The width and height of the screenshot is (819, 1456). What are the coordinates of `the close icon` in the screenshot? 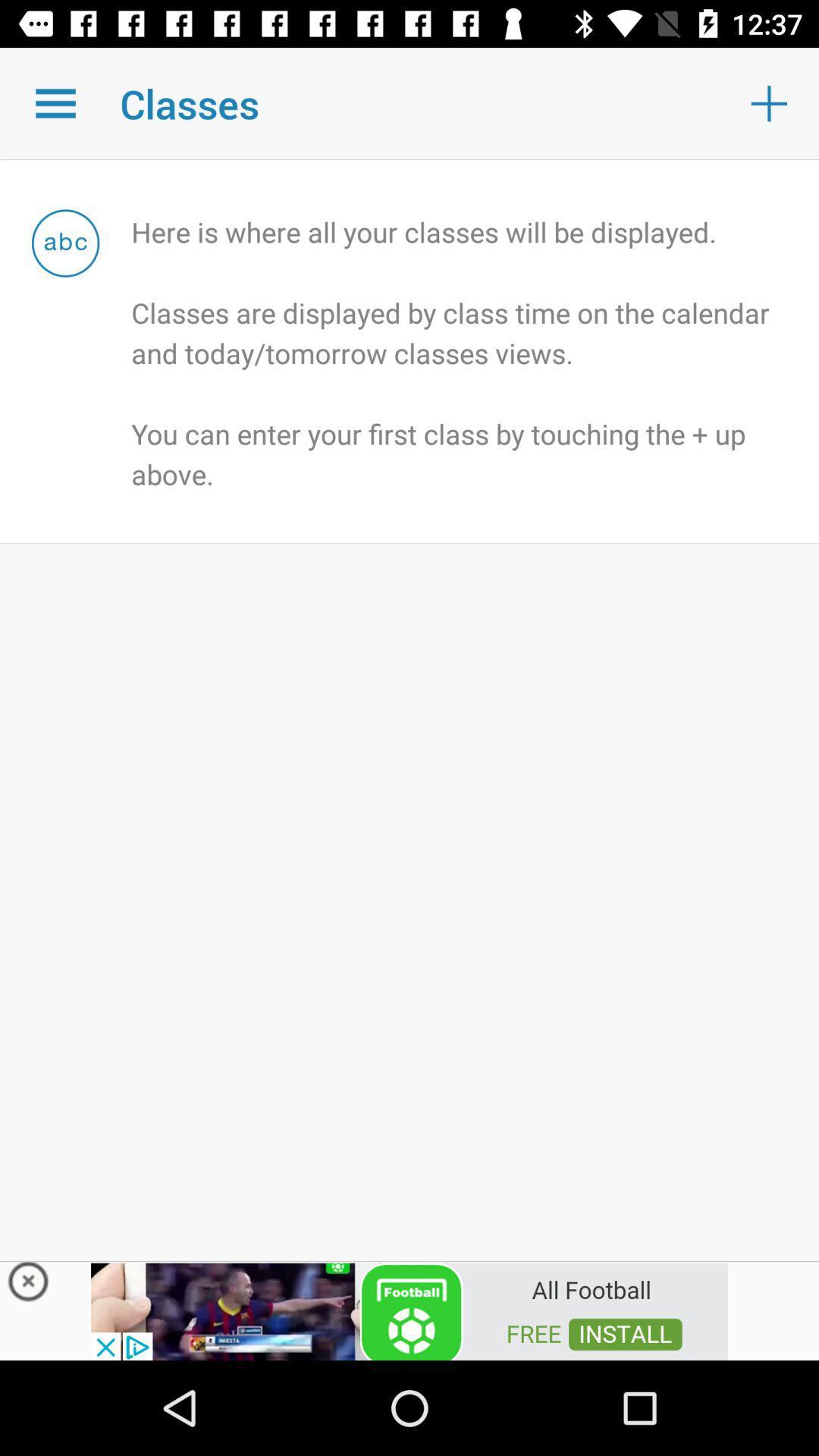 It's located at (28, 1285).